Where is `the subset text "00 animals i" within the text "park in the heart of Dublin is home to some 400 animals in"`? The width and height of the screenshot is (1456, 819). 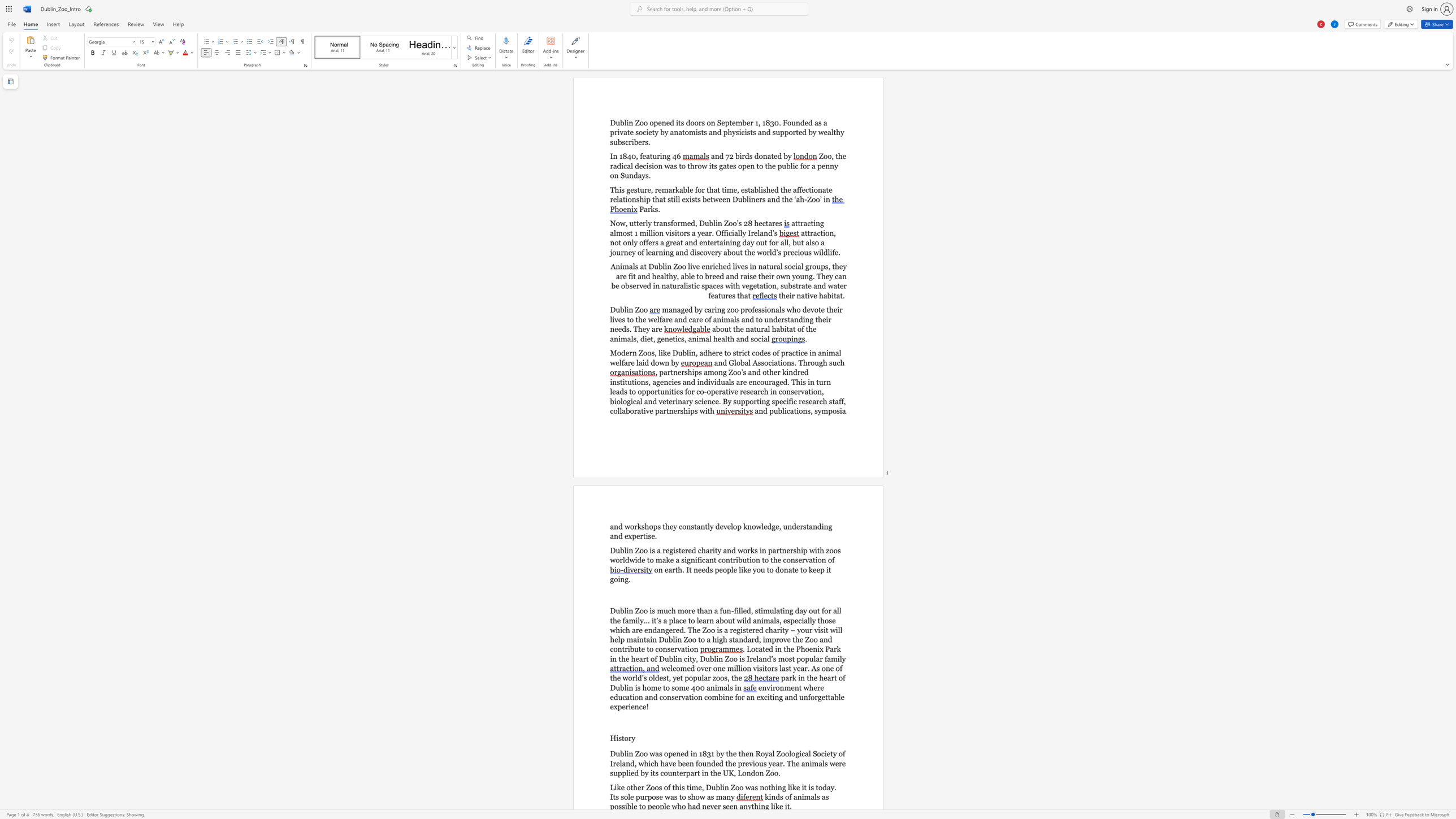
the subset text "00 animals i" within the text "park in the heart of Dublin is home to some 400 animals in" is located at coordinates (695, 687).